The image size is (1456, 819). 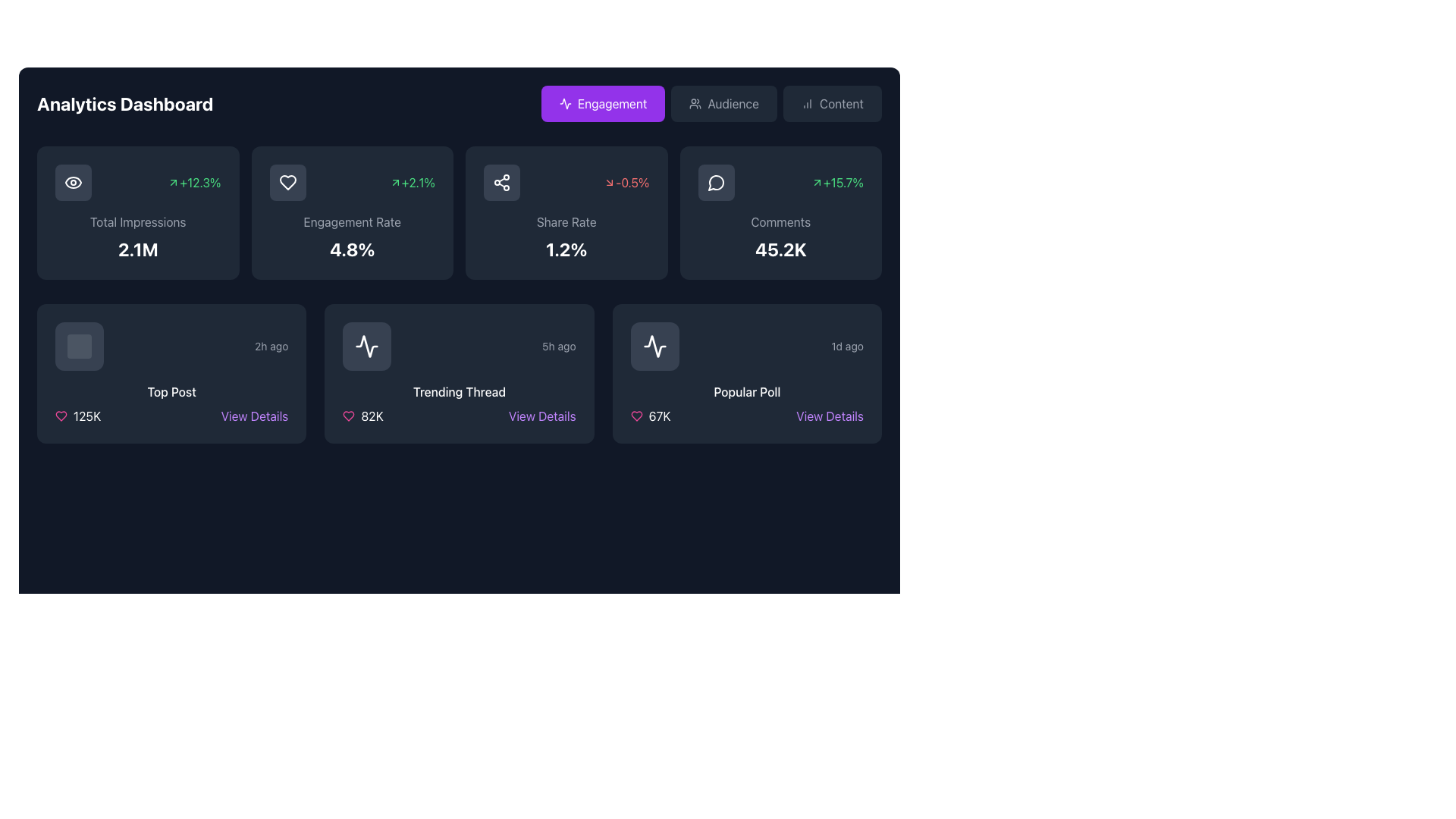 I want to click on the engagement rate data display card, which is the second card in a horizontal grid of four cards, positioned between the 'Total Impressions' card and the 'Share Rate' card, so click(x=351, y=213).